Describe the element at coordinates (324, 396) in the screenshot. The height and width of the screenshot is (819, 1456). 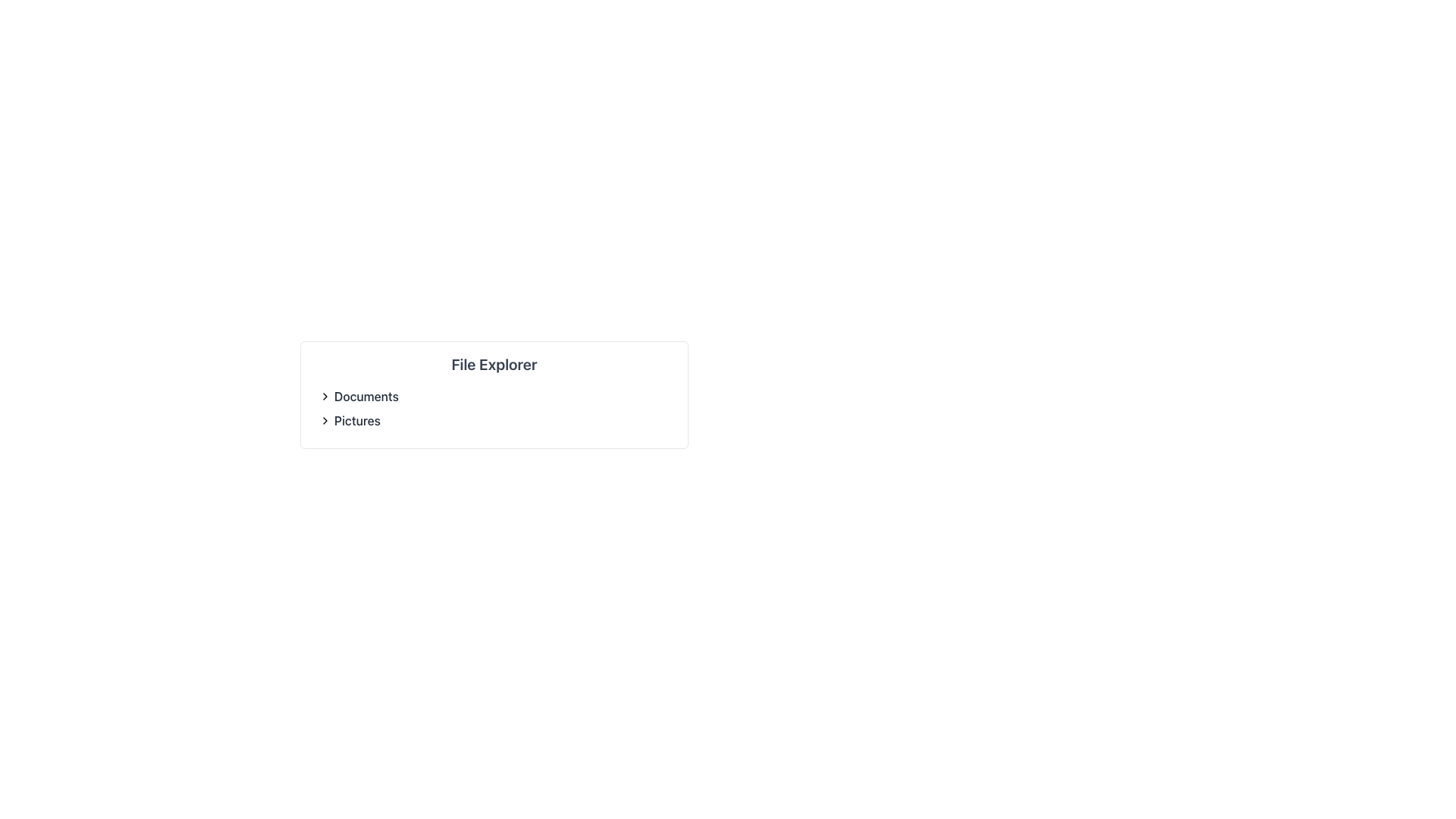
I see `the small chevron icon resembling the '>' symbol that is located to the immediate left of the text 'Documents'` at that location.